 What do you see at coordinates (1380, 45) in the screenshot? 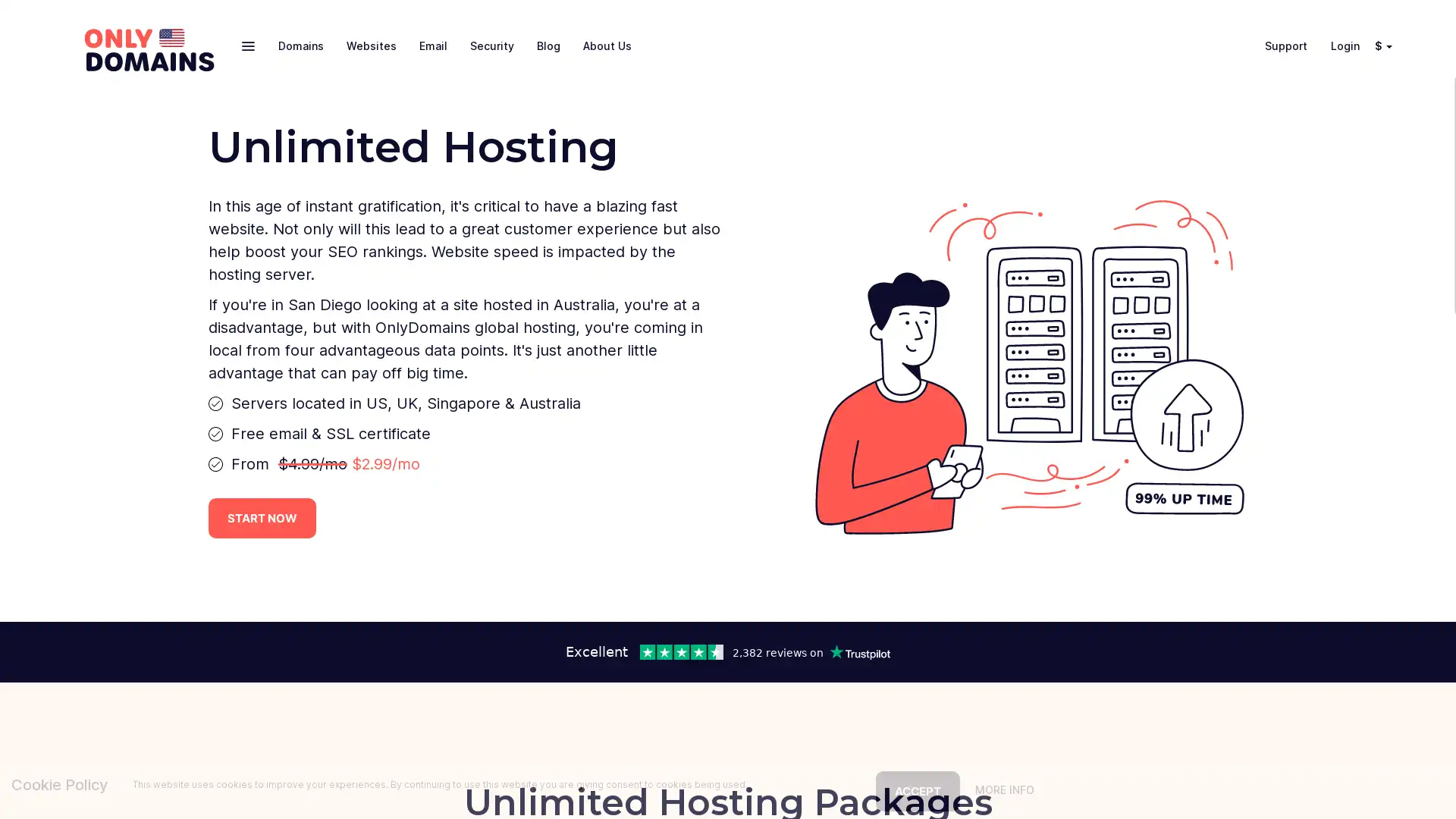
I see `$` at bounding box center [1380, 45].